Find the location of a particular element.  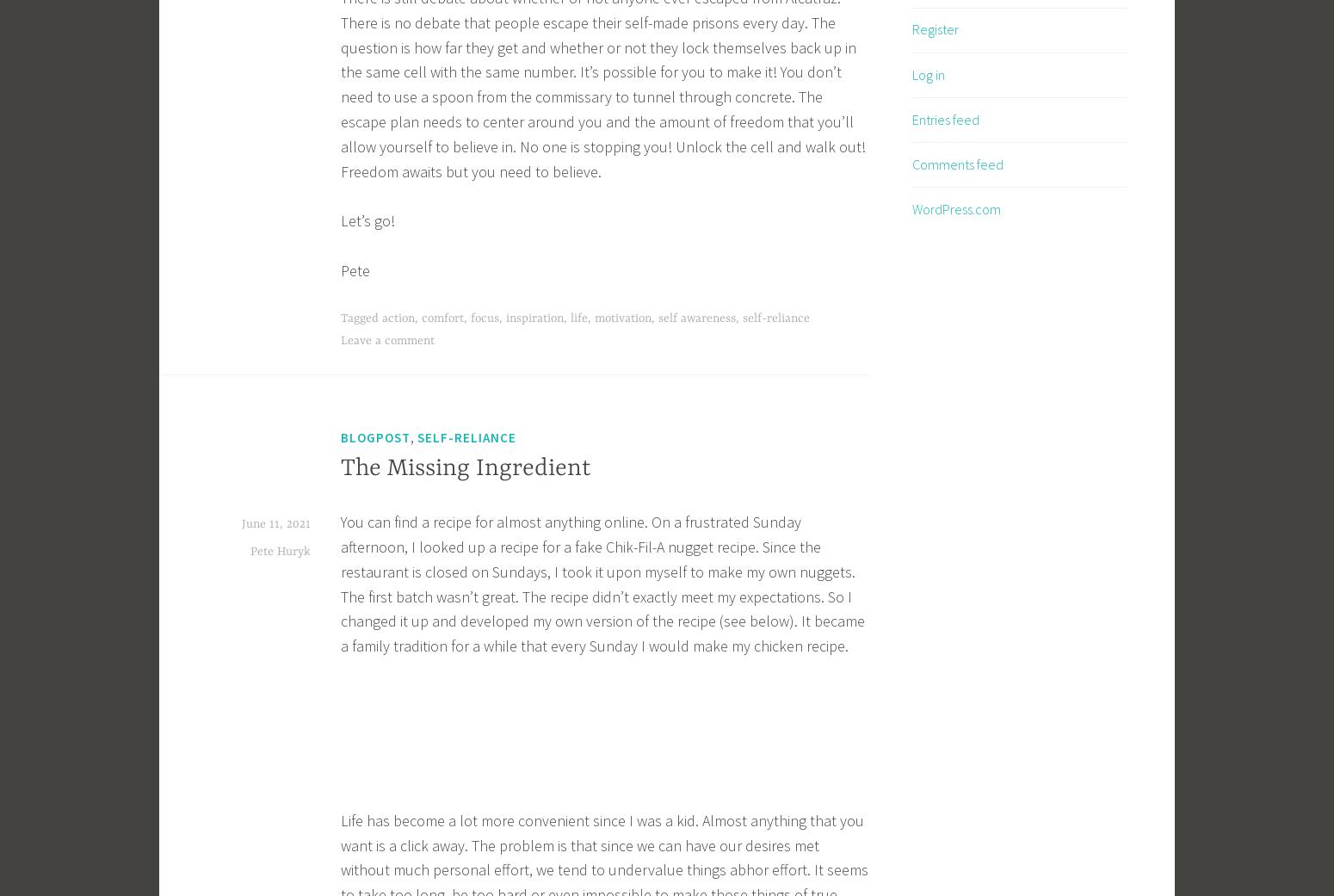

'WordPress.com' is located at coordinates (955, 207).